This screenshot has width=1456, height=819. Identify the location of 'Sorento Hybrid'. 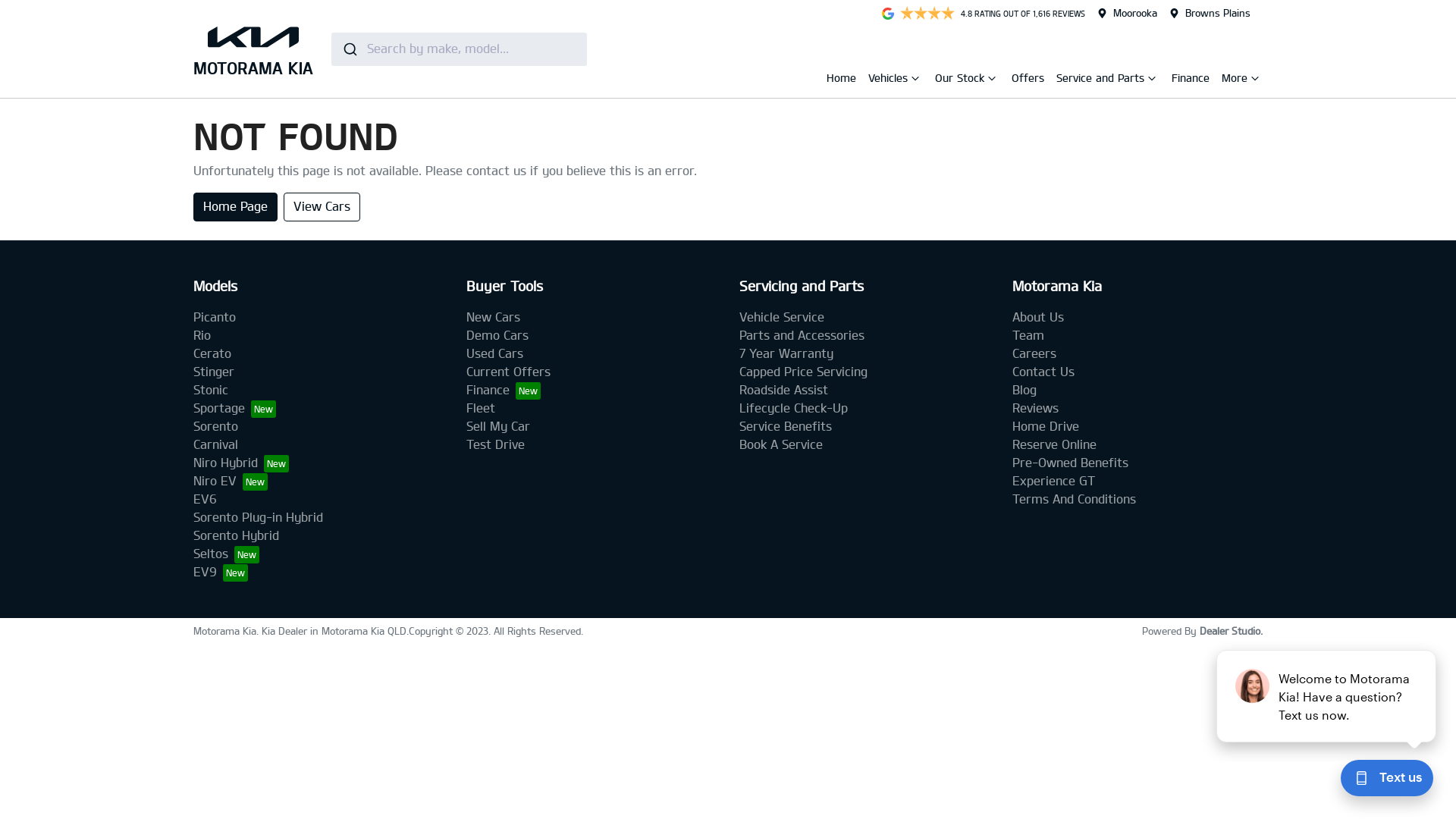
(235, 535).